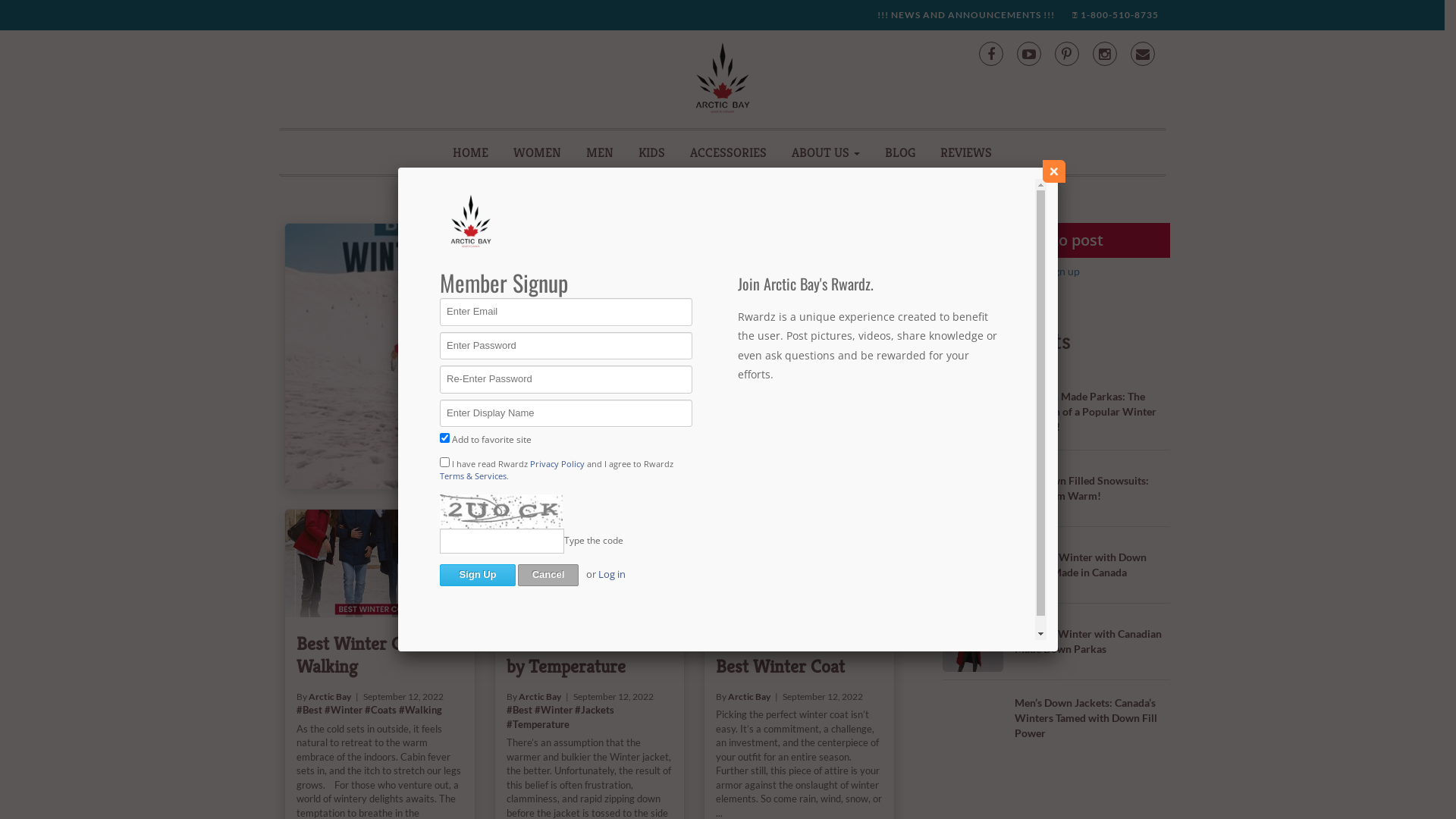 The width and height of the screenshot is (1456, 819). Describe the element at coordinates (676, 280) in the screenshot. I see `'Arctic Bay'` at that location.